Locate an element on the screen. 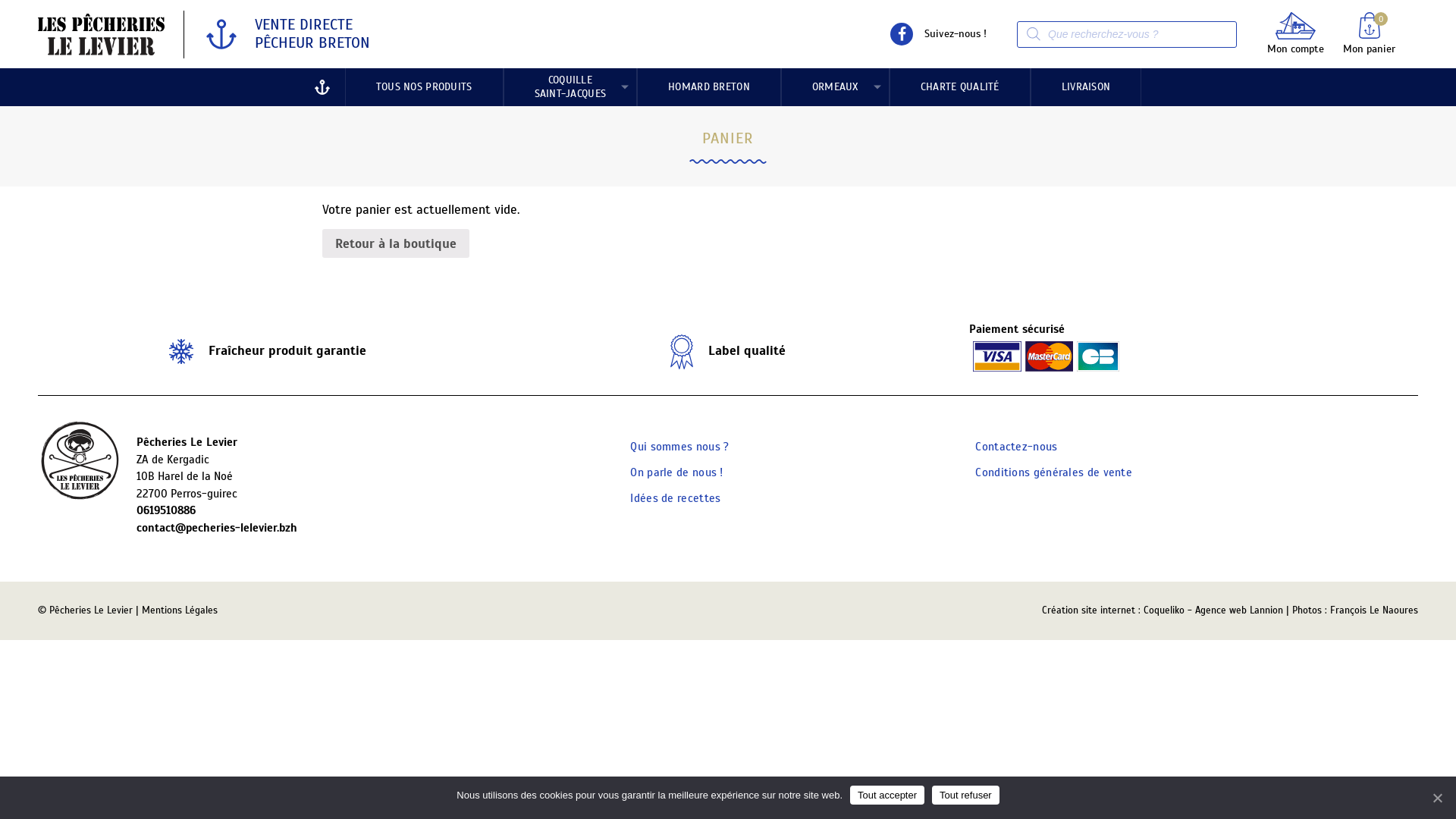 This screenshot has width=1456, height=819. '0619510886' is located at coordinates (136, 510).